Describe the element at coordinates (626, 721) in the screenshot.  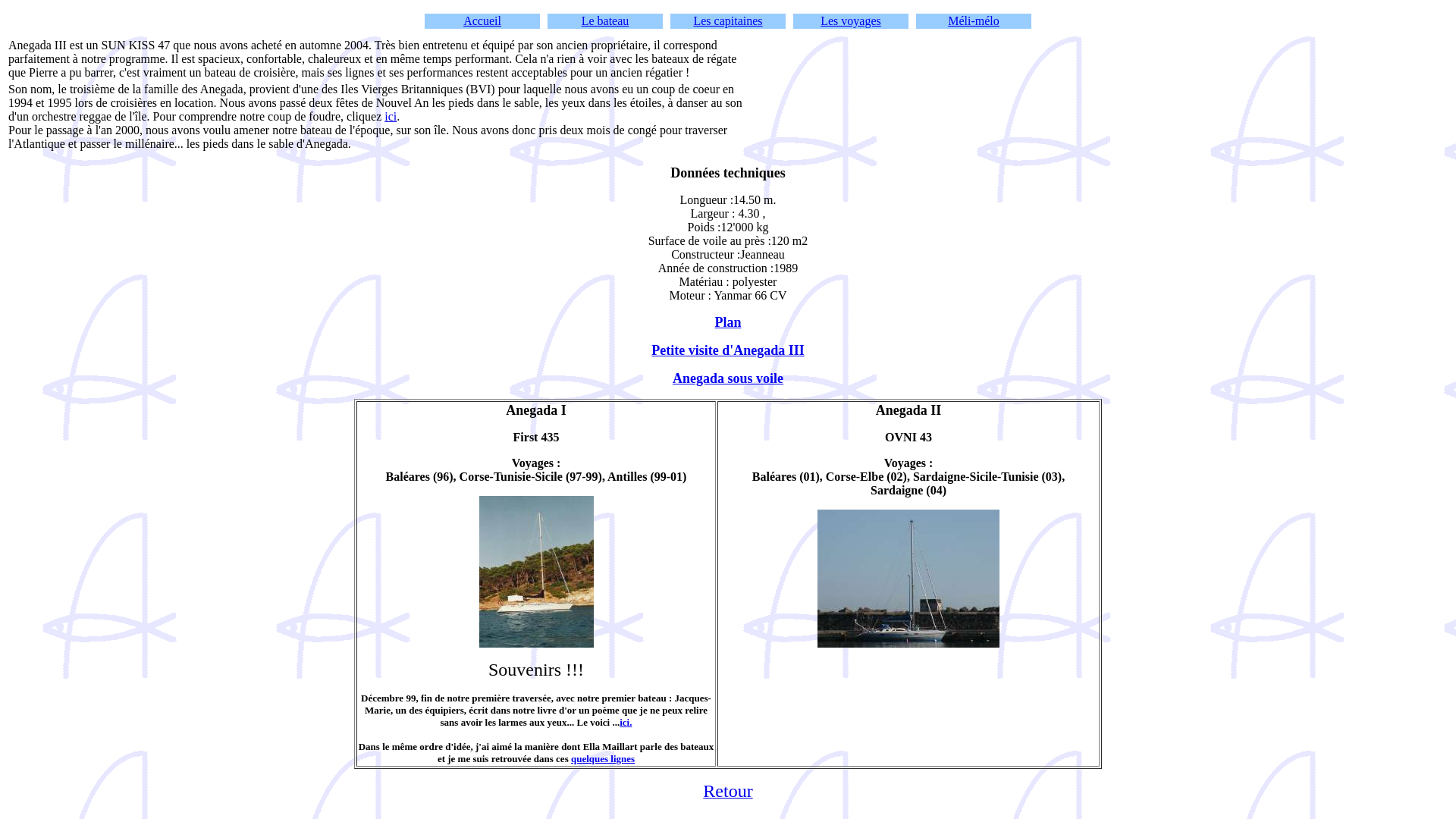
I see `'ici.'` at that location.